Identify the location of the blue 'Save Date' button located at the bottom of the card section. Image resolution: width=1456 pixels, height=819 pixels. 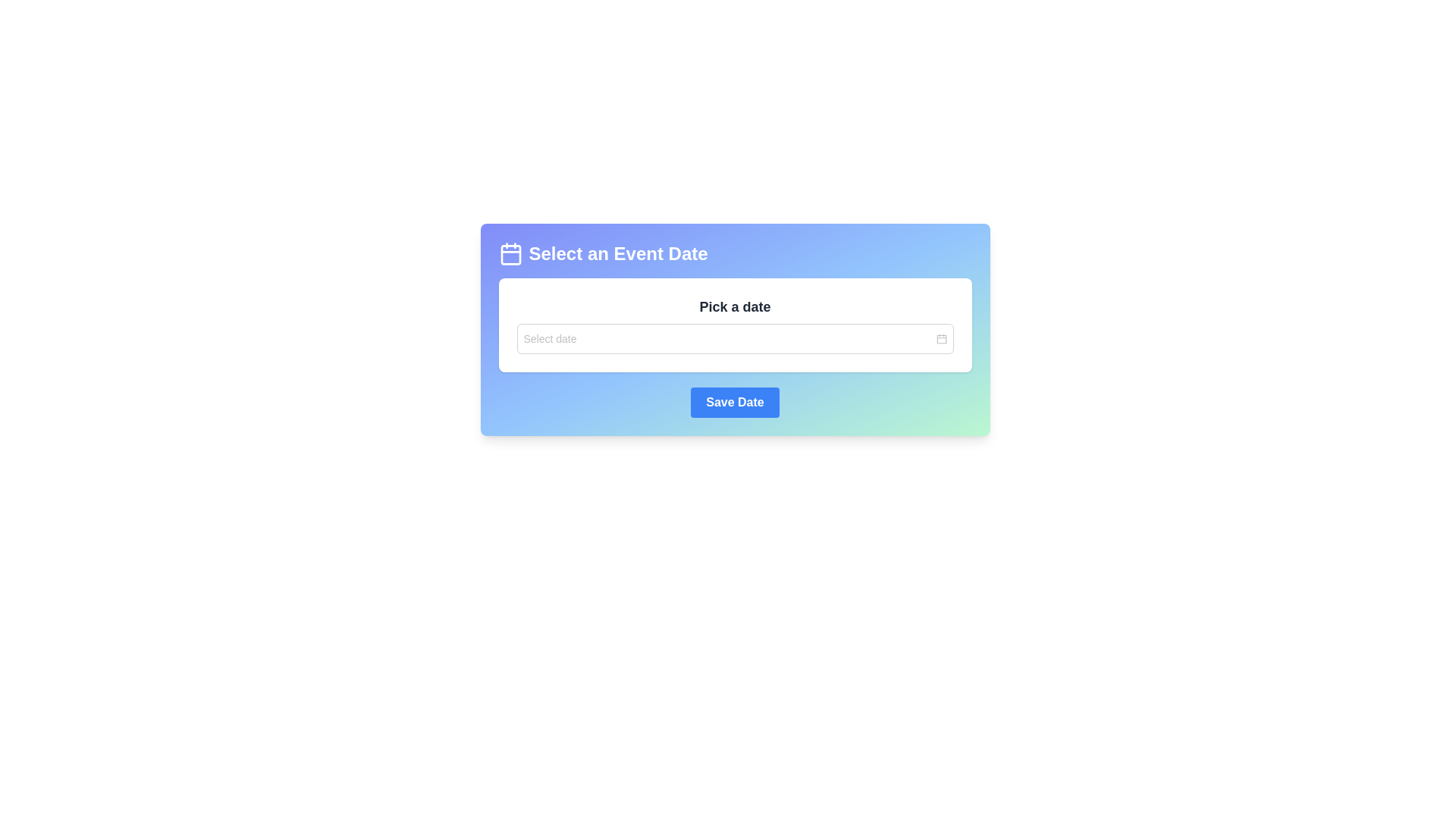
(735, 402).